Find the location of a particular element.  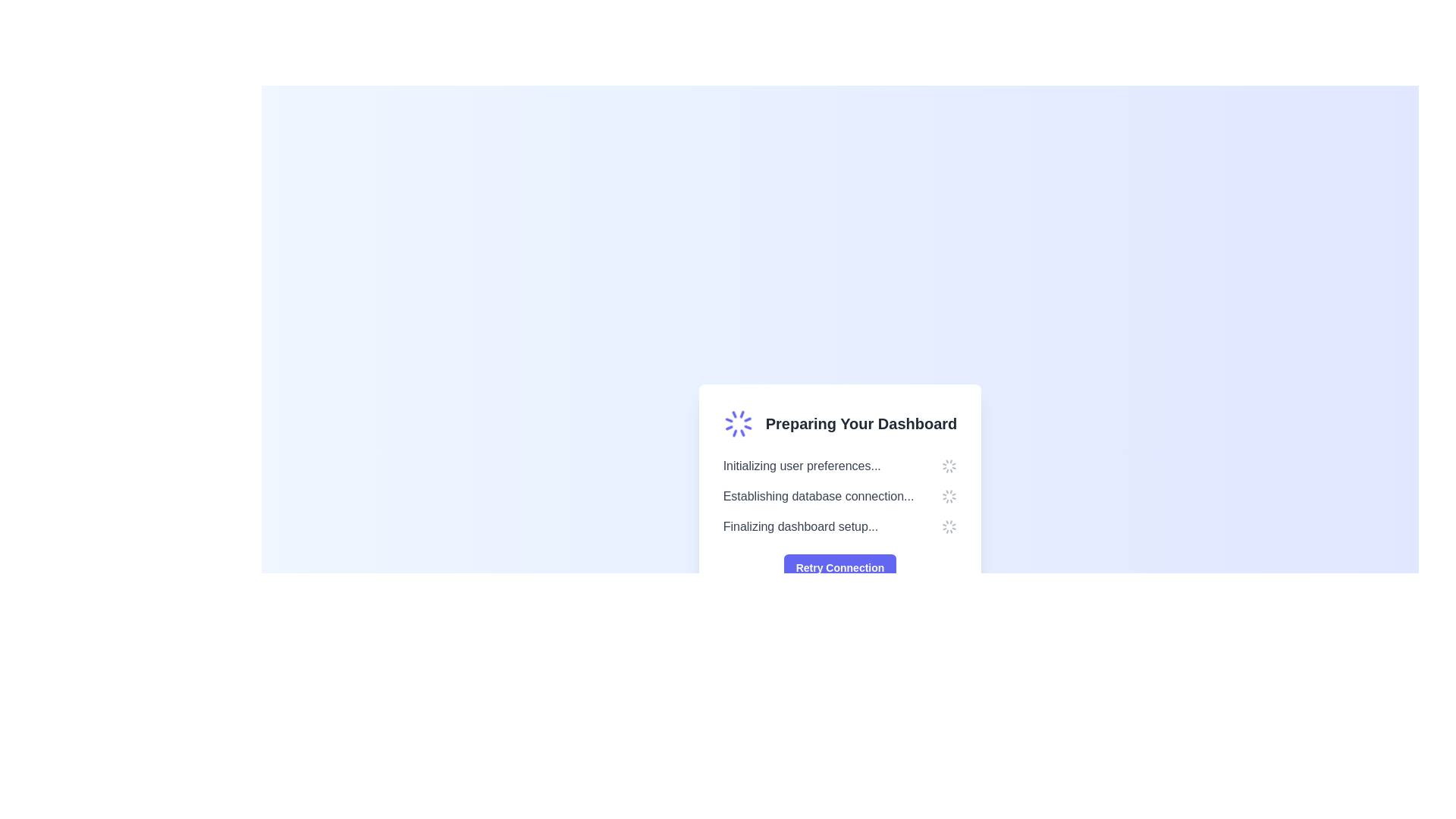

the spinner icon that indicates the process 'Initializing user preferences...' is currently ongoing, located to the right of the corresponding text node is located at coordinates (949, 465).